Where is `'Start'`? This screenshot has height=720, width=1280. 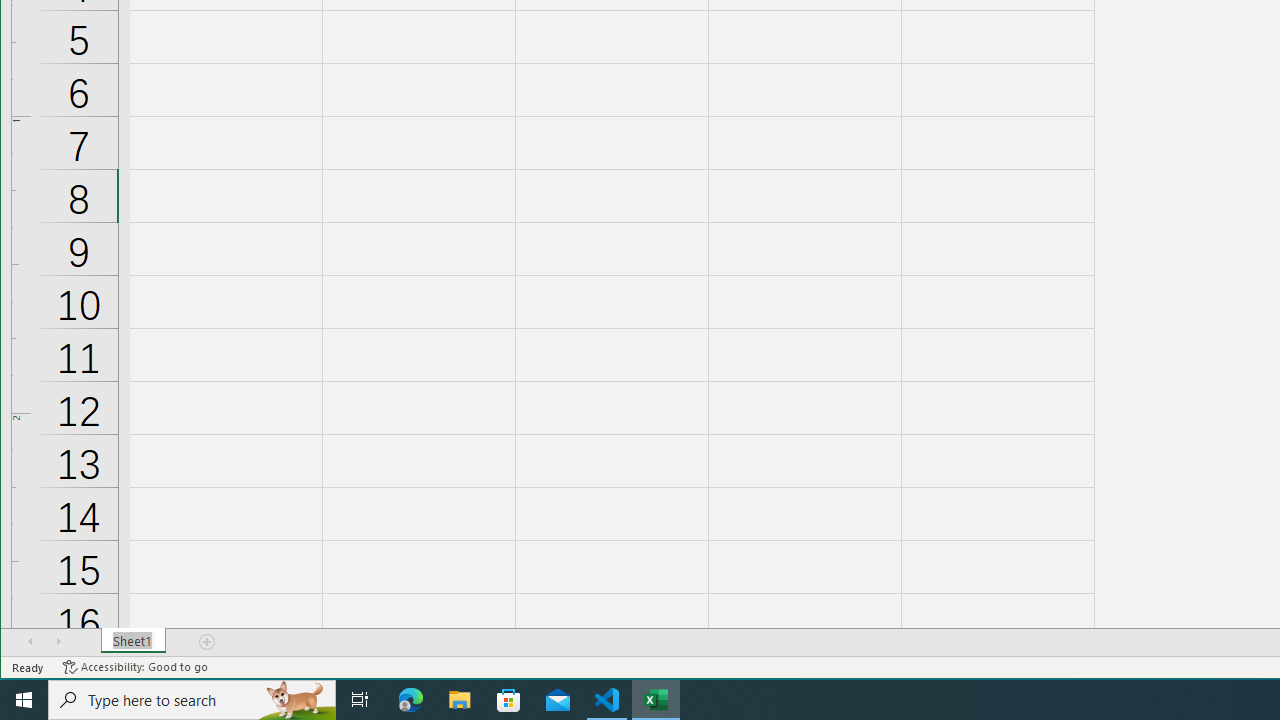
'Start' is located at coordinates (24, 698).